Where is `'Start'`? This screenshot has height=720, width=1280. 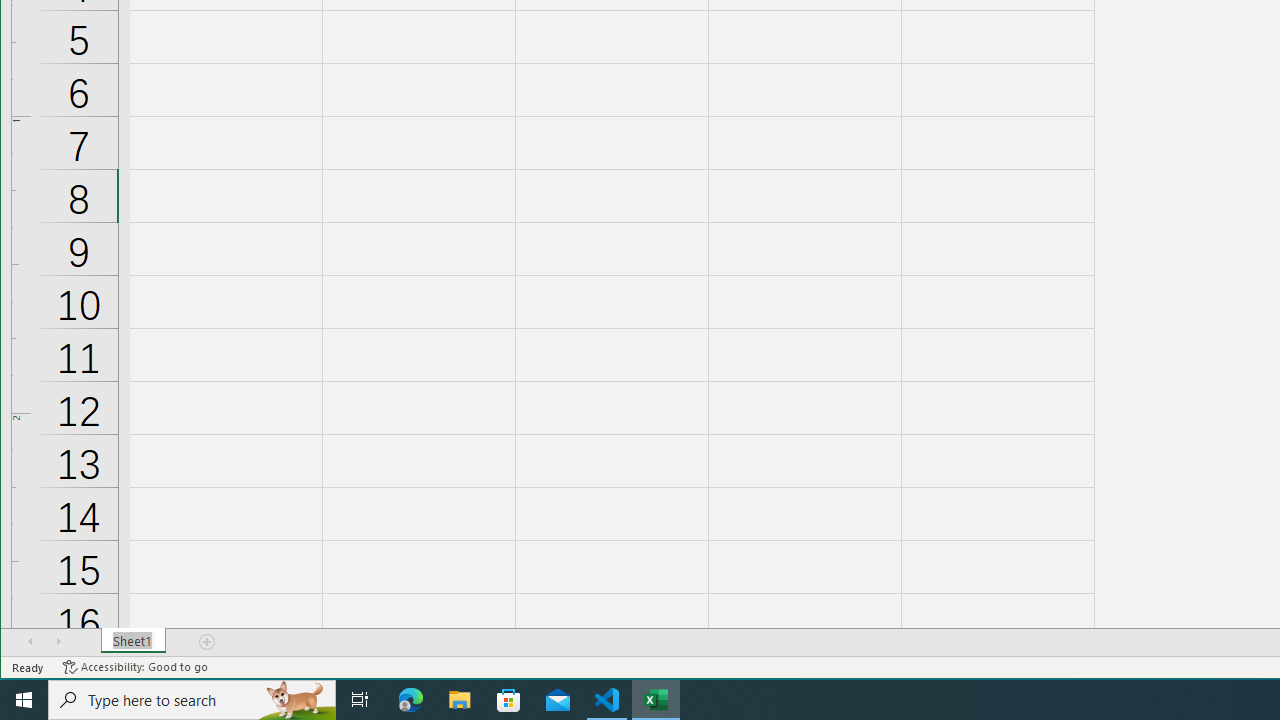
'Start' is located at coordinates (24, 698).